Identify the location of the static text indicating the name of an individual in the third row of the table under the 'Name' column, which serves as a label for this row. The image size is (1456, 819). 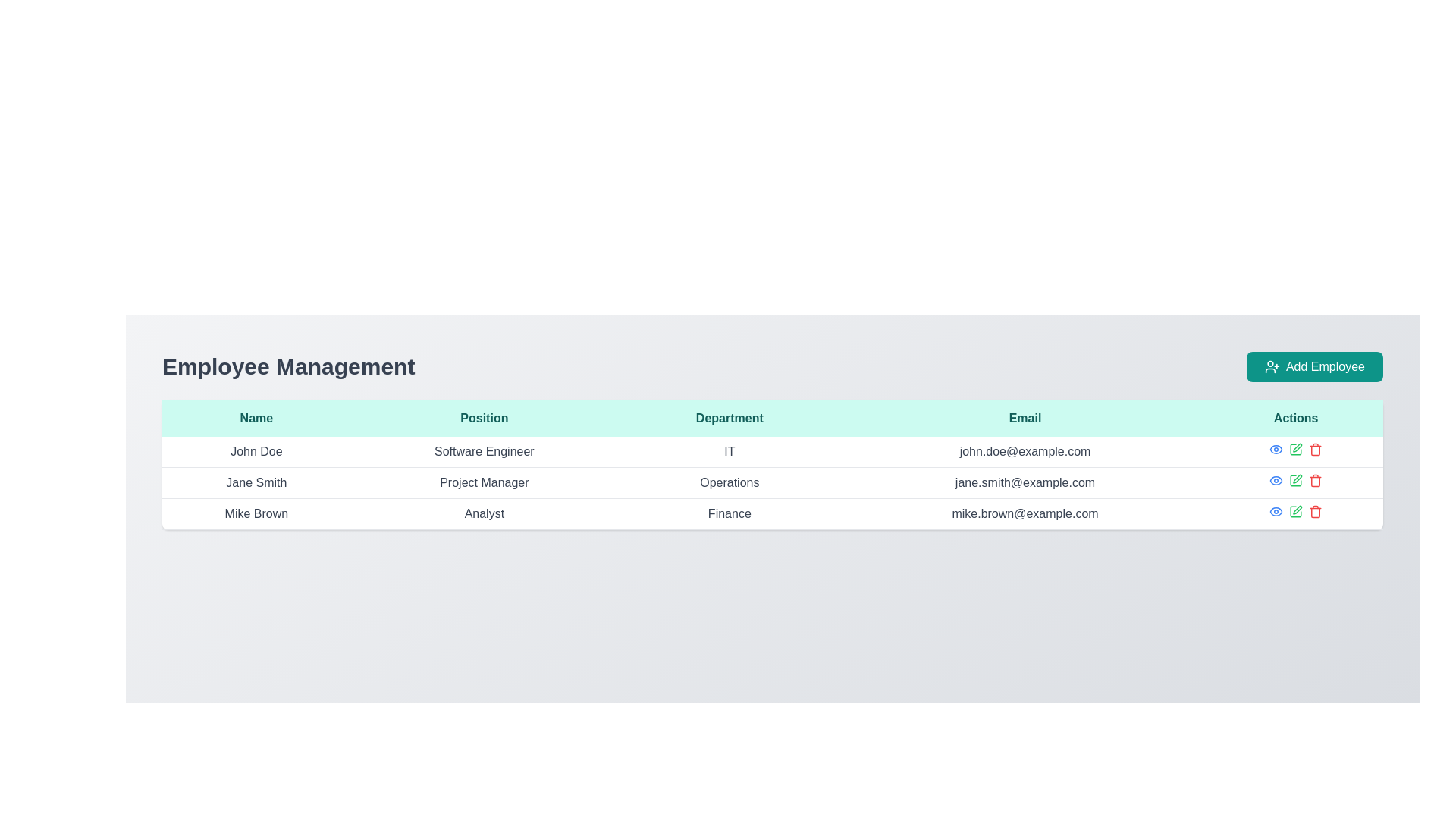
(256, 513).